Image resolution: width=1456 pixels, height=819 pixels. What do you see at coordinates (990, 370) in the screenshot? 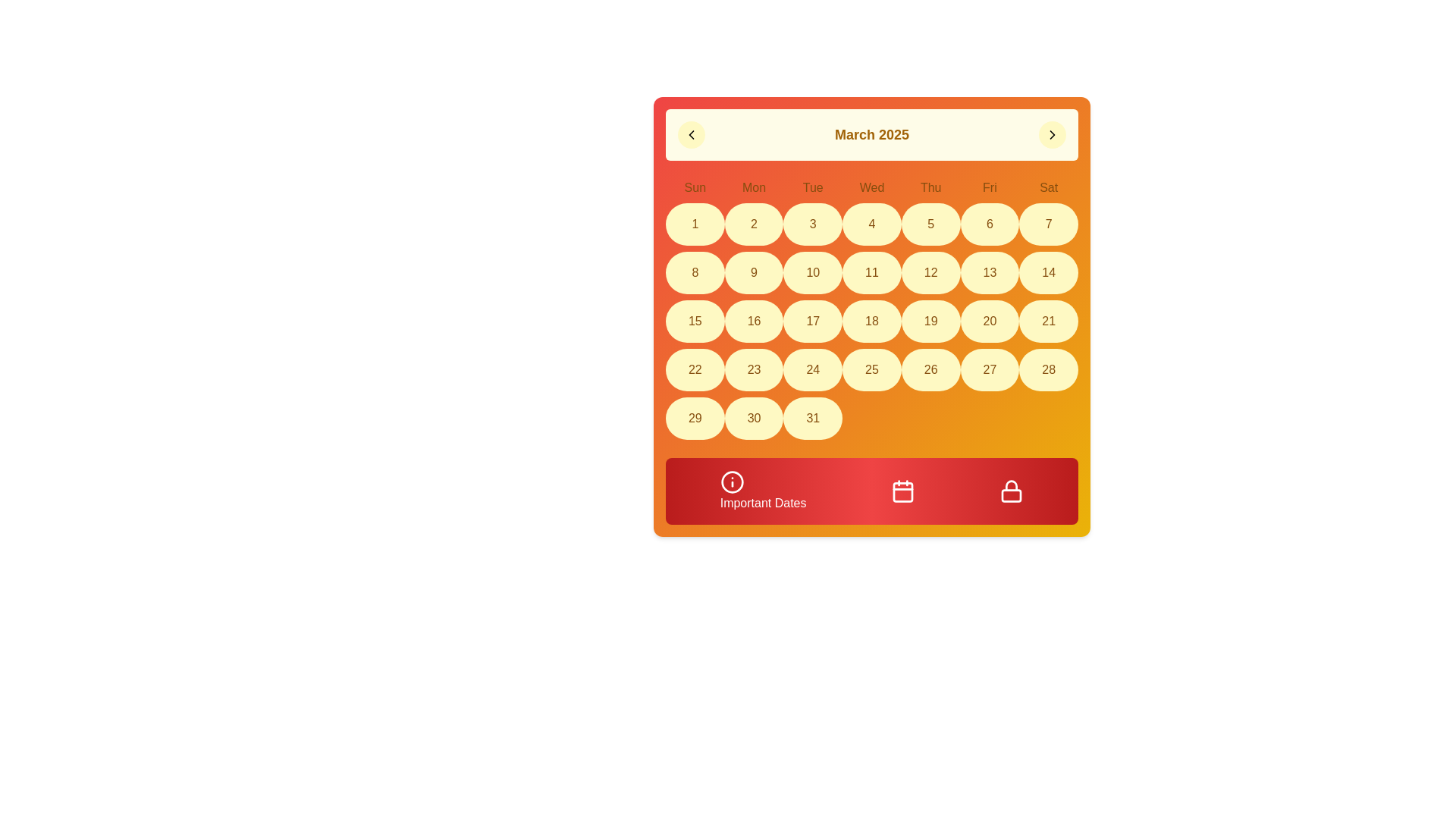
I see `the circular button with a yellow background labeled '27'` at bounding box center [990, 370].